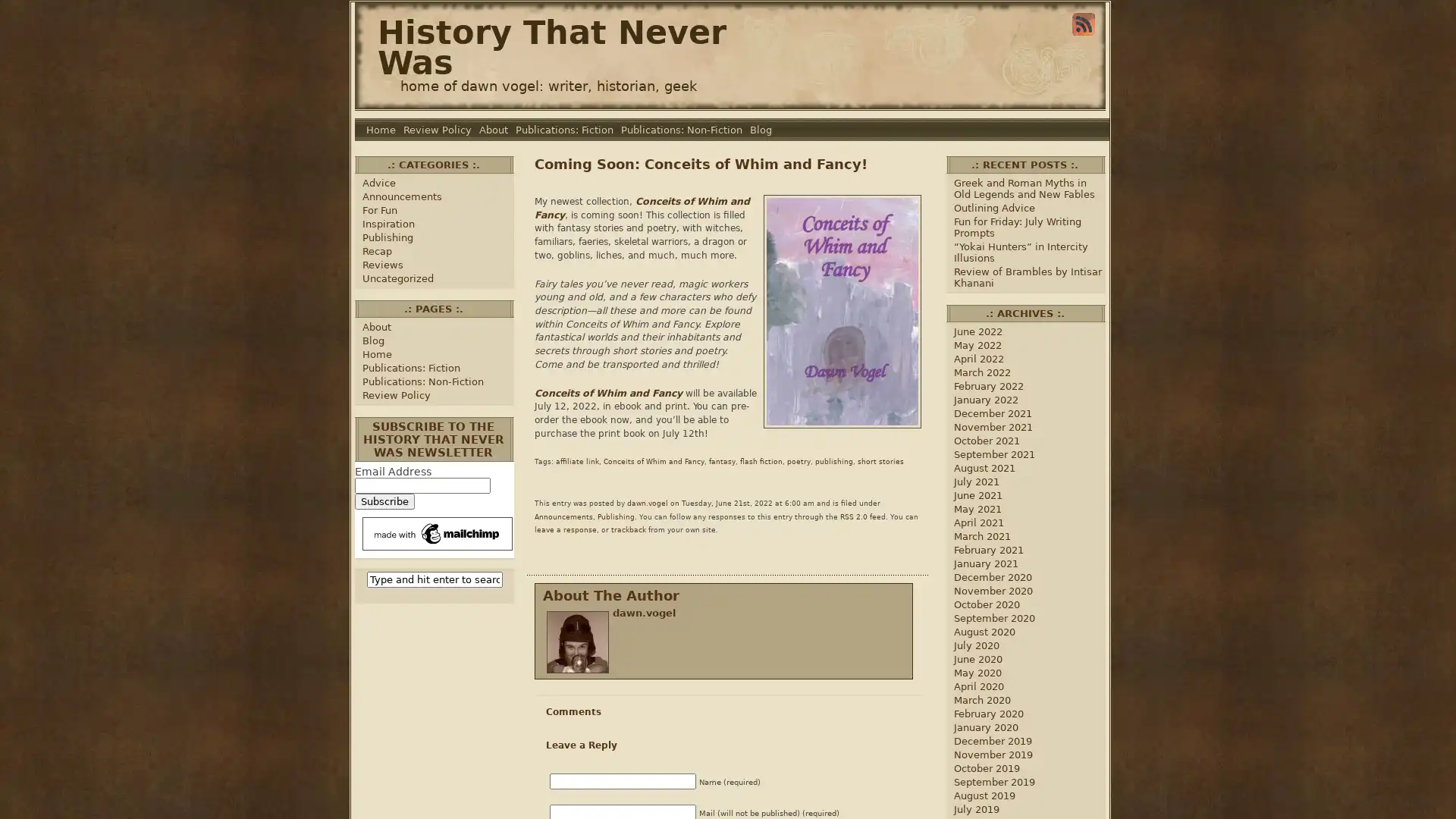  What do you see at coordinates (384, 501) in the screenshot?
I see `Subscribe` at bounding box center [384, 501].